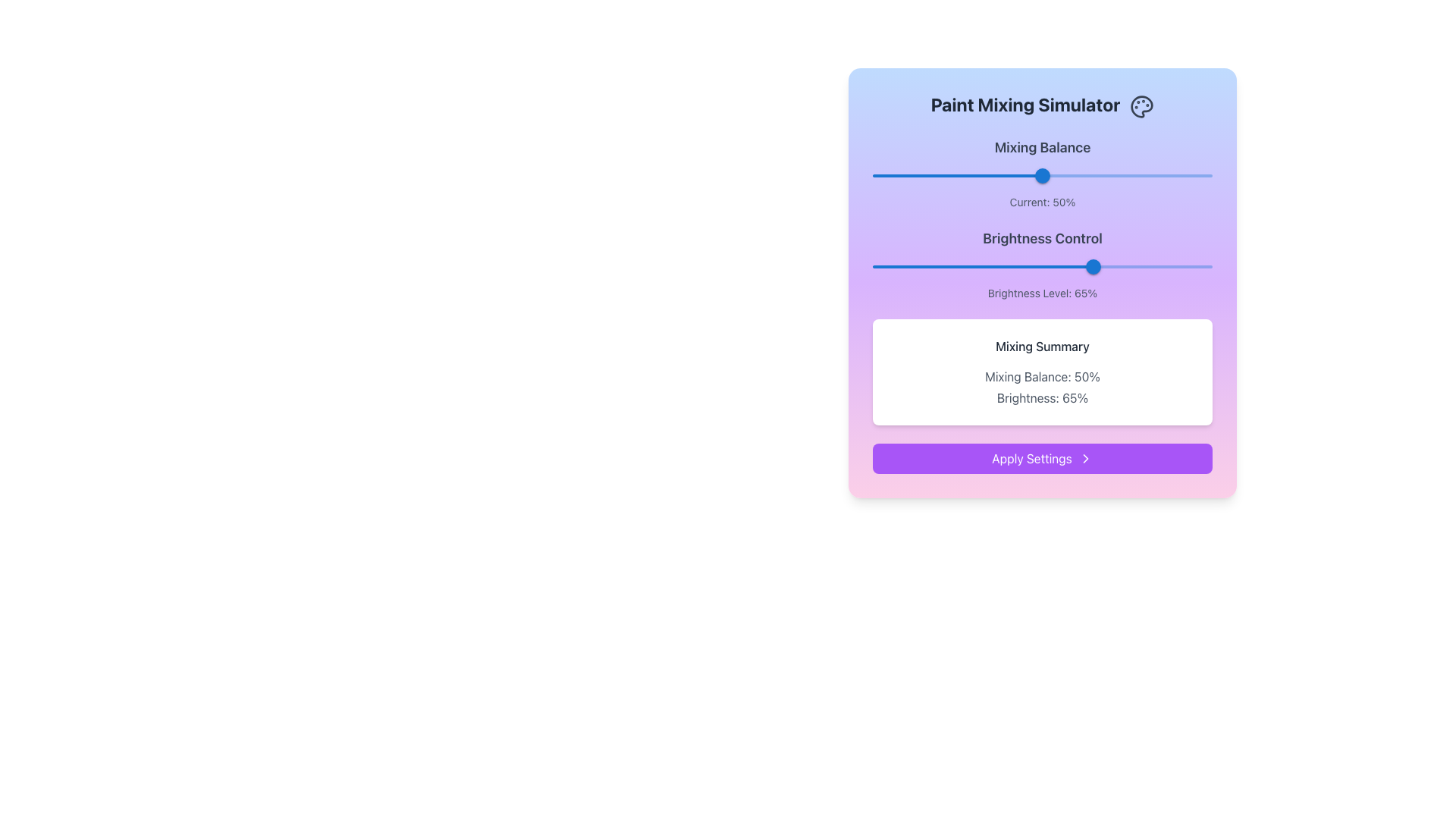  Describe the element at coordinates (1185, 265) in the screenshot. I see `brightness level` at that location.